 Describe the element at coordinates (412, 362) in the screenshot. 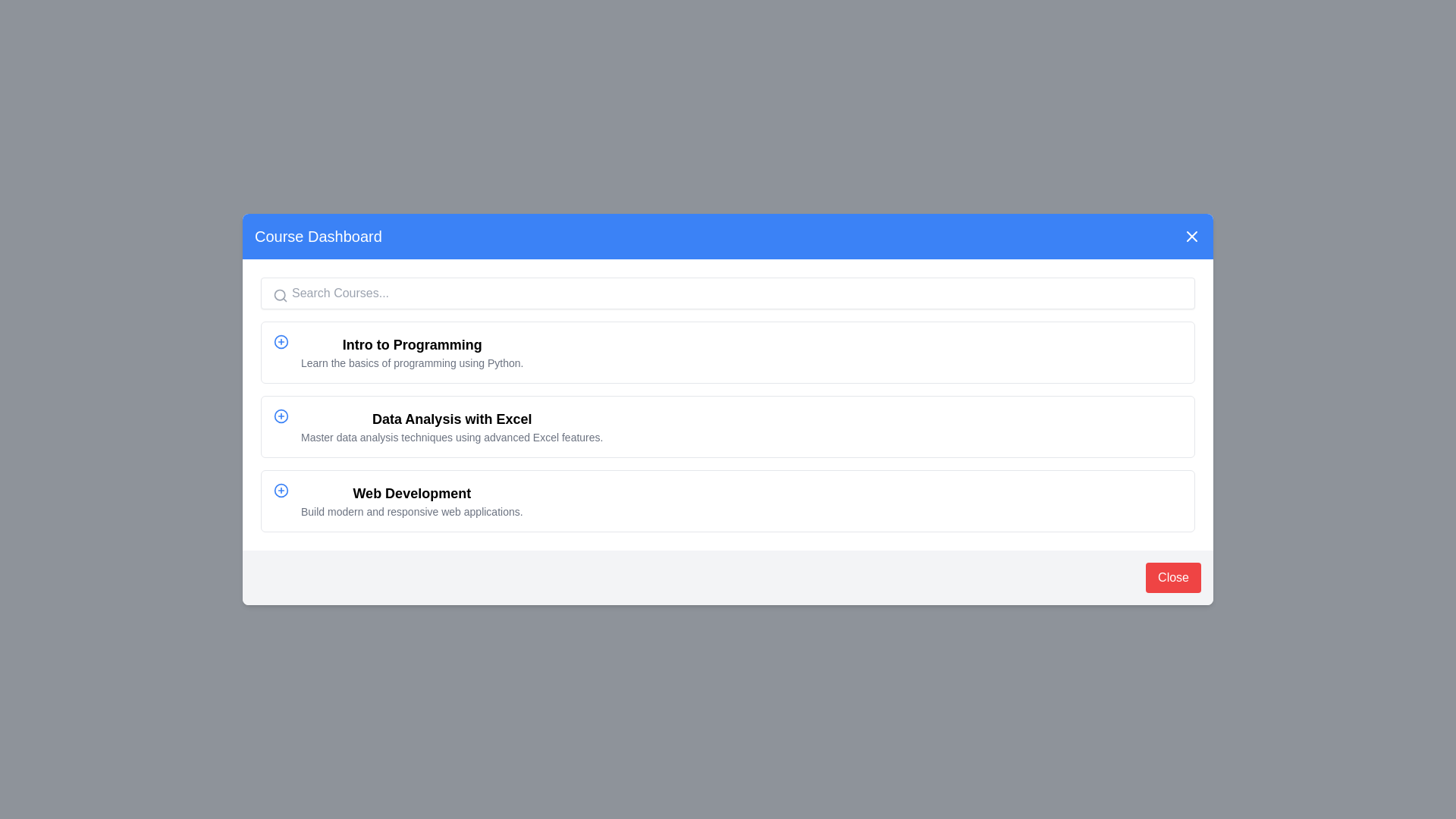

I see `the subtitle text 'Learn the basics of programming using Python.' which is styled in a smaller, gray font and located beneath the bold title 'Intro to Programming.'` at that location.